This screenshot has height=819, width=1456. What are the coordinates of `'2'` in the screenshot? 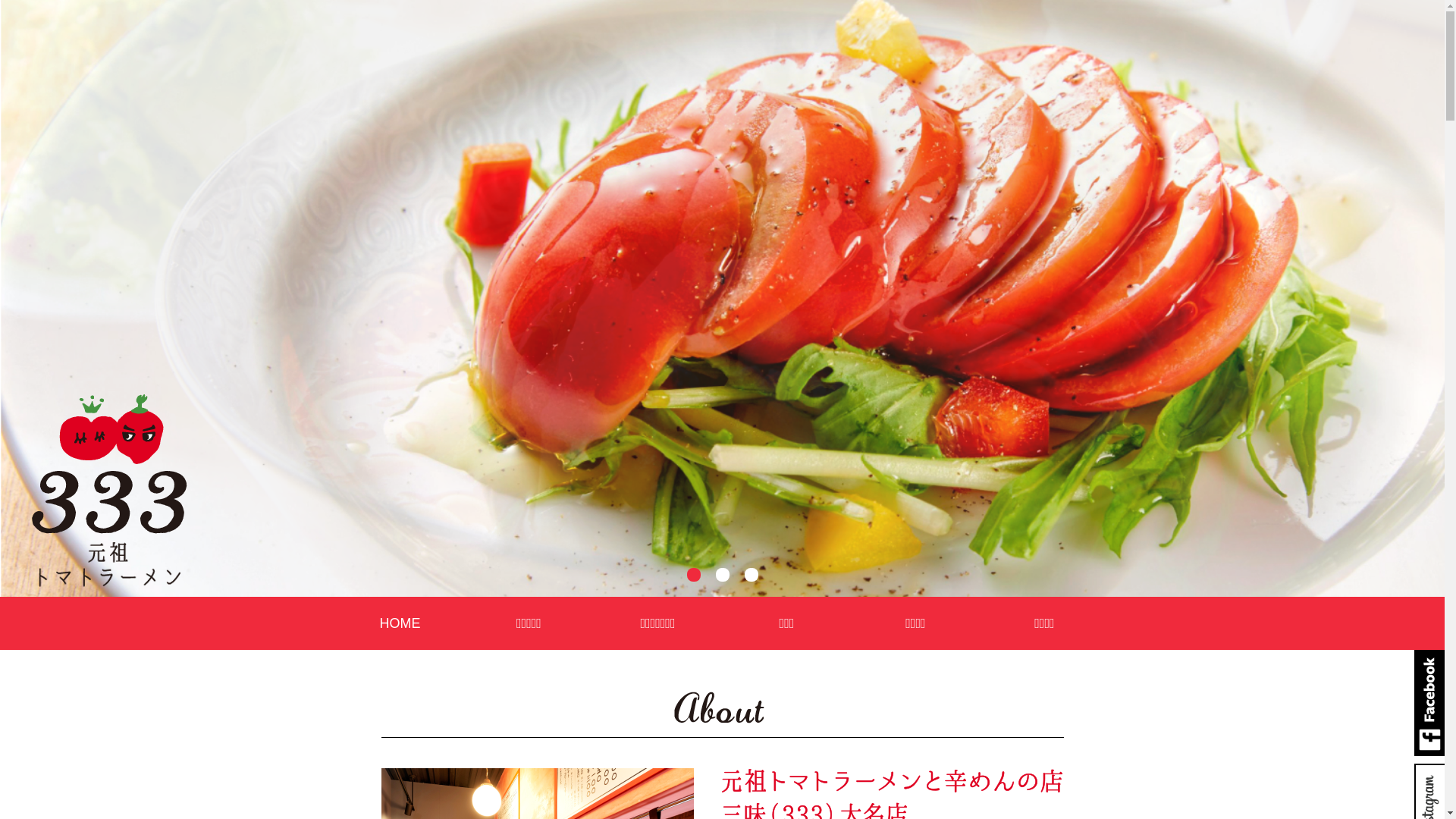 It's located at (722, 575).